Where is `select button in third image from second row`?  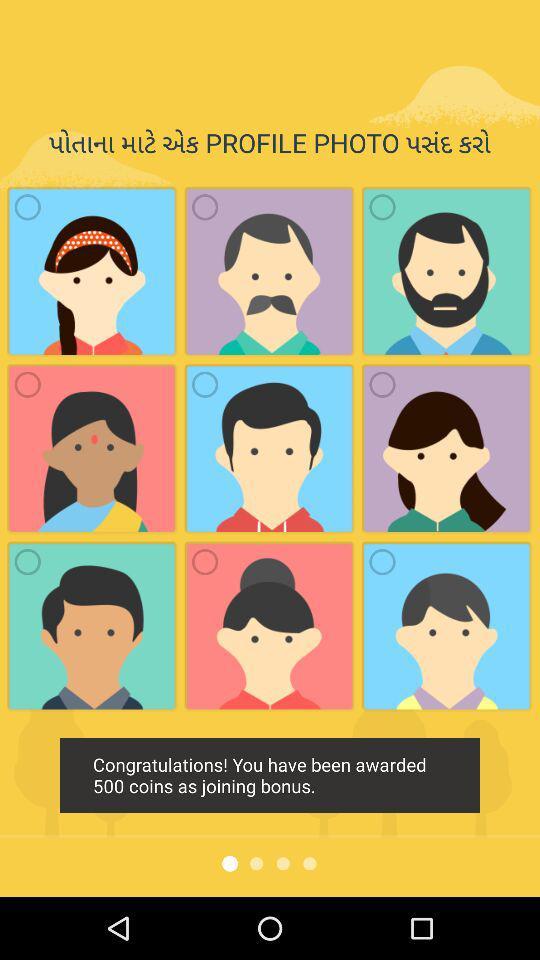
select button in third image from second row is located at coordinates (382, 383).